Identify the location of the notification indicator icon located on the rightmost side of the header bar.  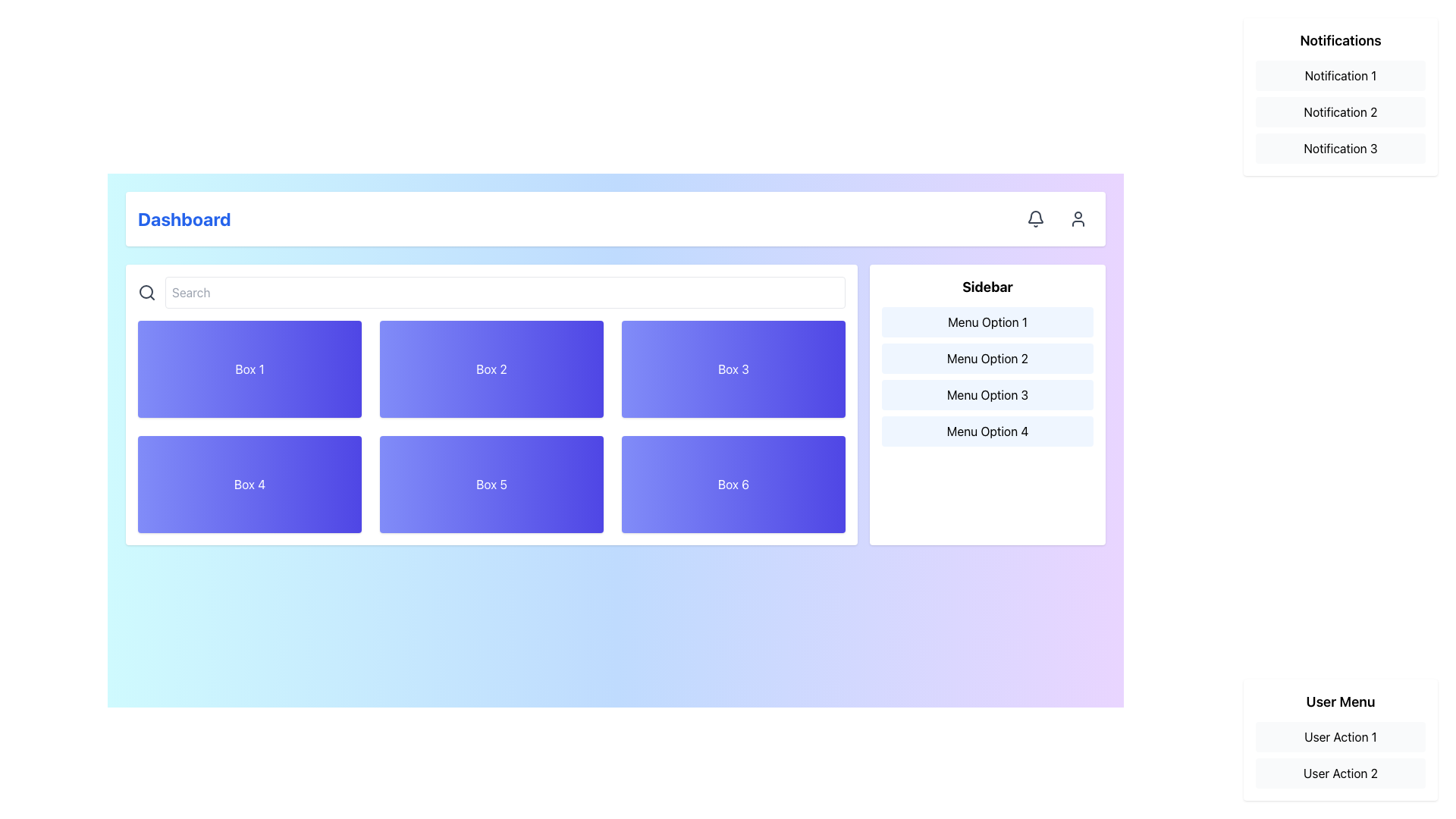
(1035, 219).